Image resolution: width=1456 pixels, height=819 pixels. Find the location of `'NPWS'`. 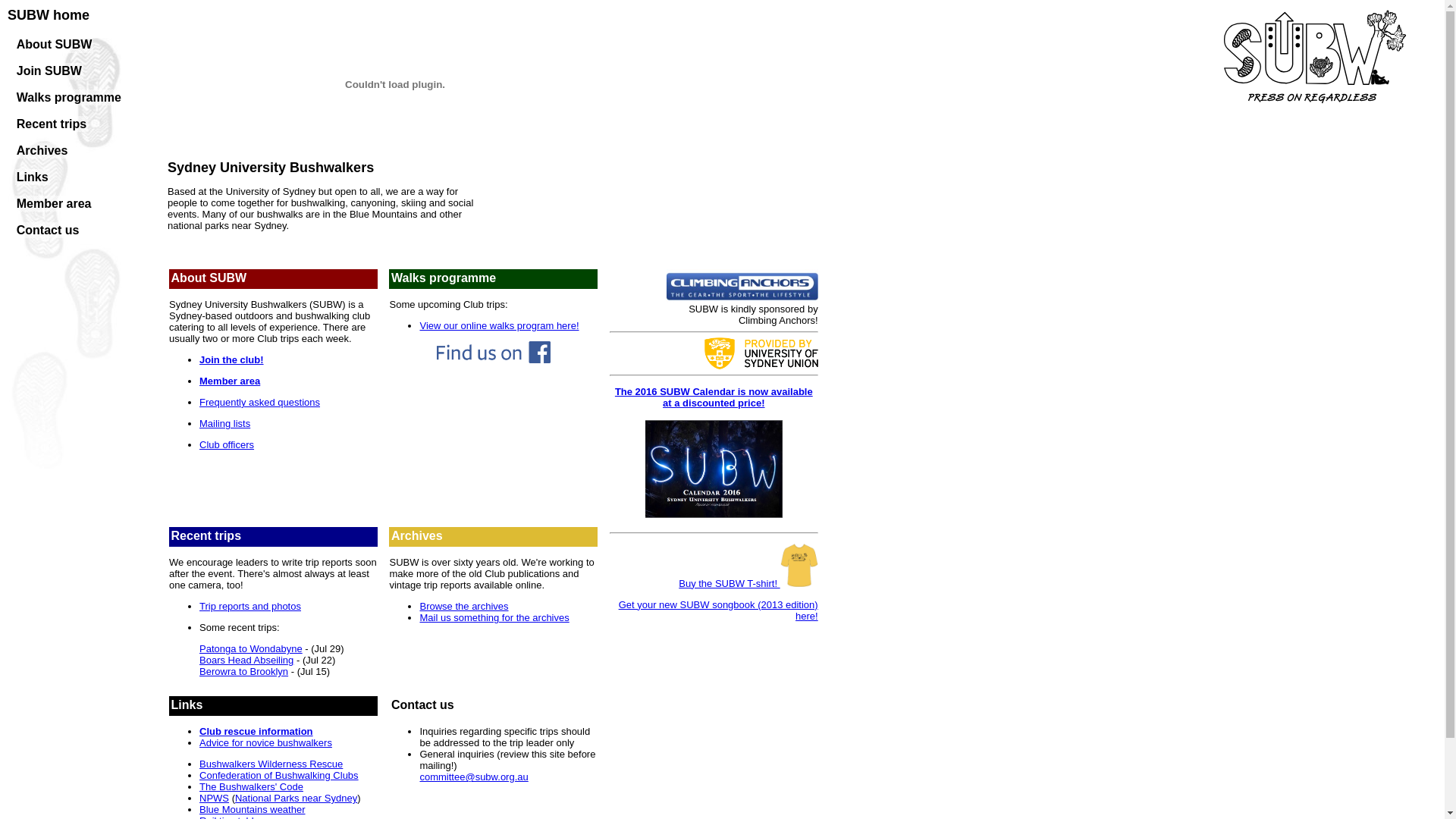

'NPWS' is located at coordinates (213, 797).